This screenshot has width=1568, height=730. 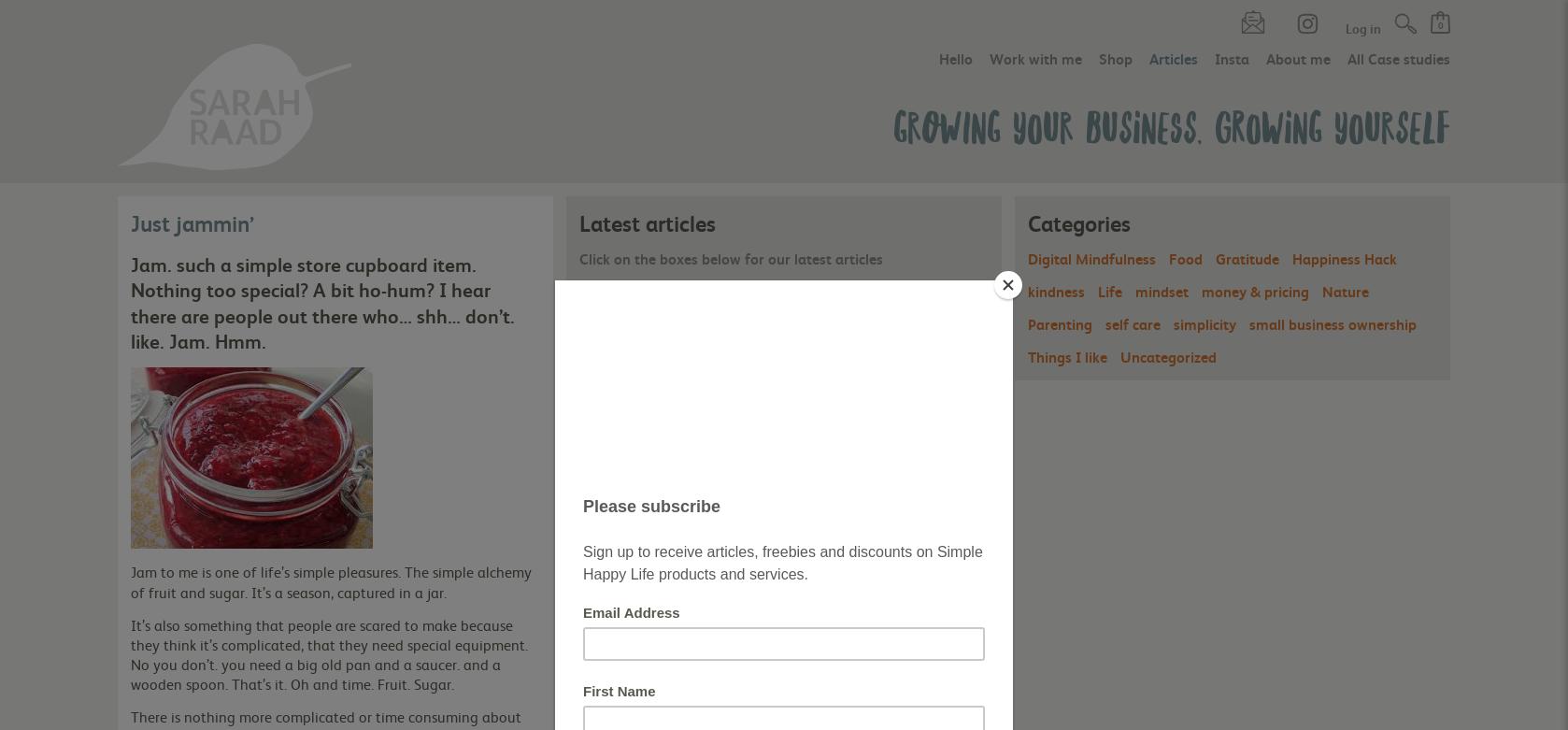 What do you see at coordinates (1078, 222) in the screenshot?
I see `'Categories'` at bounding box center [1078, 222].